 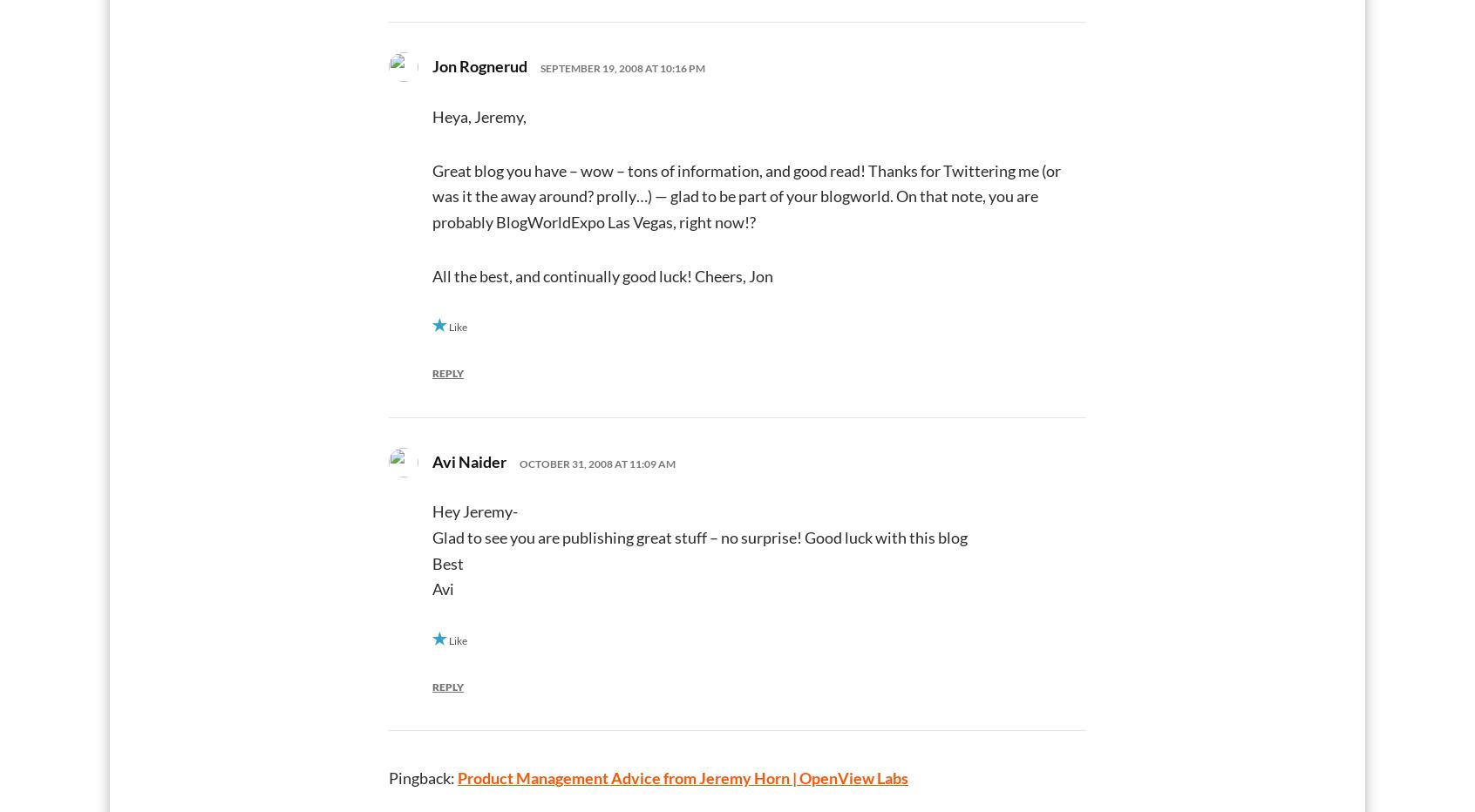 What do you see at coordinates (469, 461) in the screenshot?
I see `'Avi Naider'` at bounding box center [469, 461].